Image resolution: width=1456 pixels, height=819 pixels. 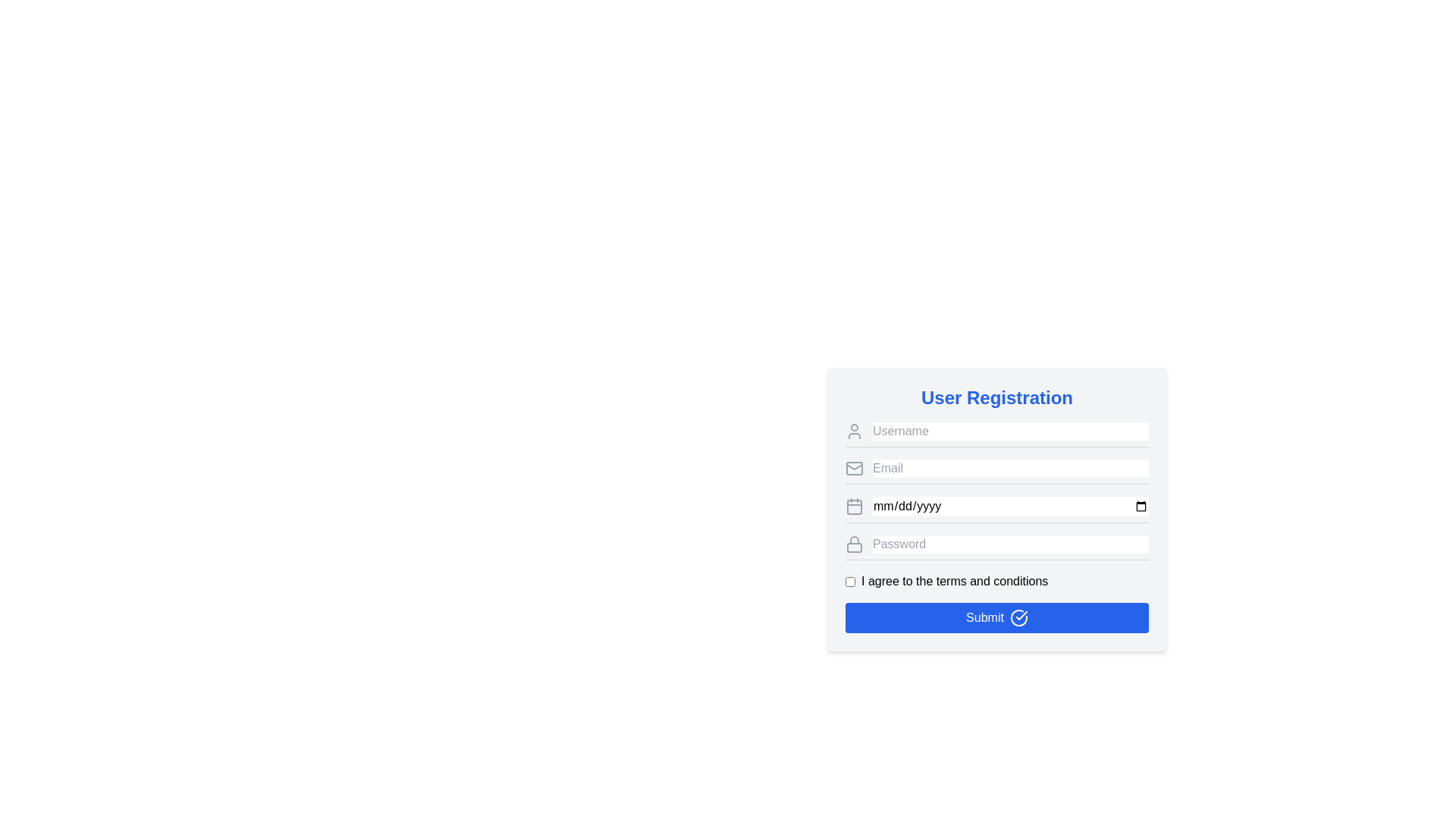 What do you see at coordinates (855, 431) in the screenshot?
I see `the username icon located to the left of the 'Username' text input field` at bounding box center [855, 431].